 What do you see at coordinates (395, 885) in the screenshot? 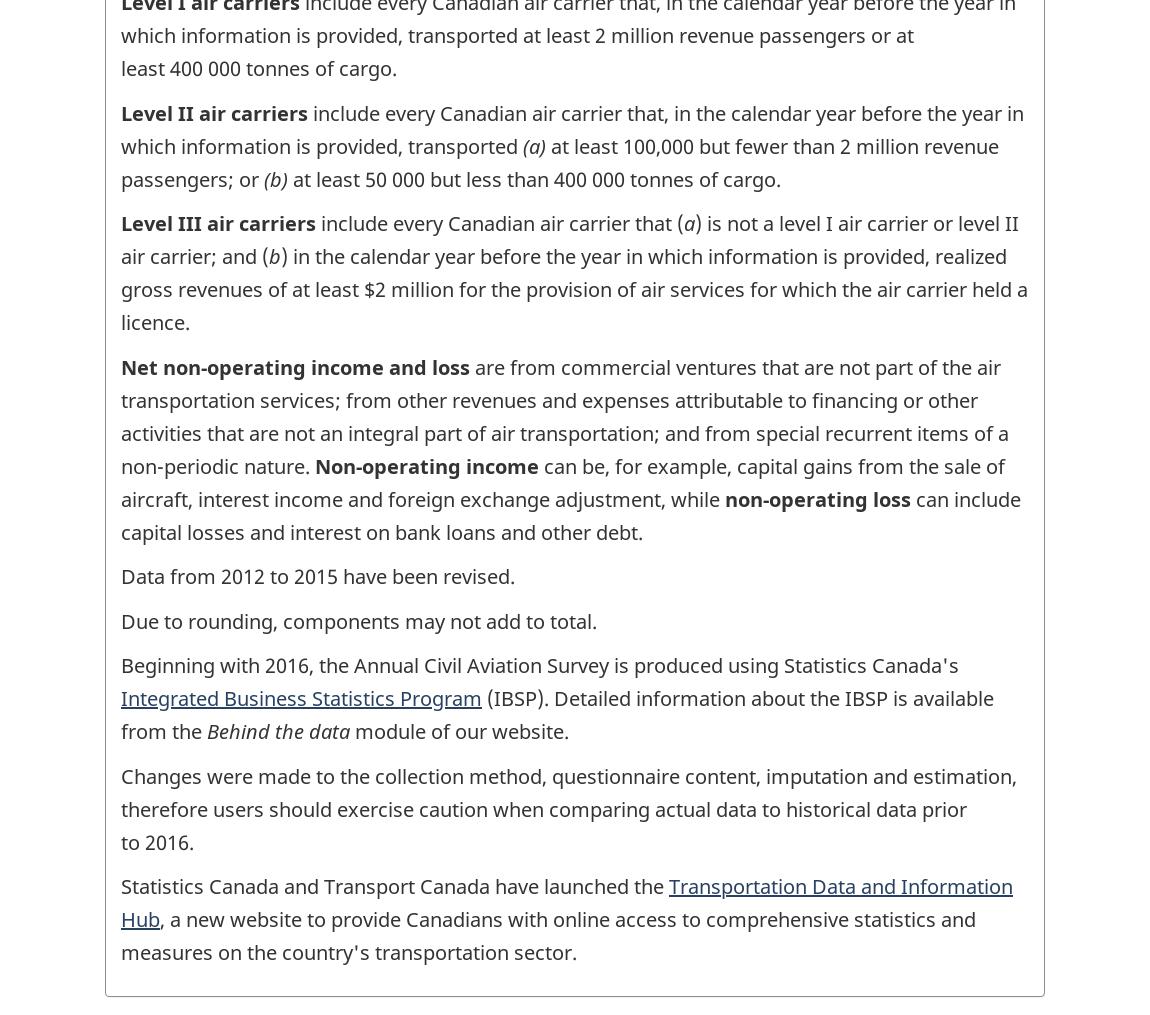
I see `'Statistics Canada and Transport Canada have launched the'` at bounding box center [395, 885].